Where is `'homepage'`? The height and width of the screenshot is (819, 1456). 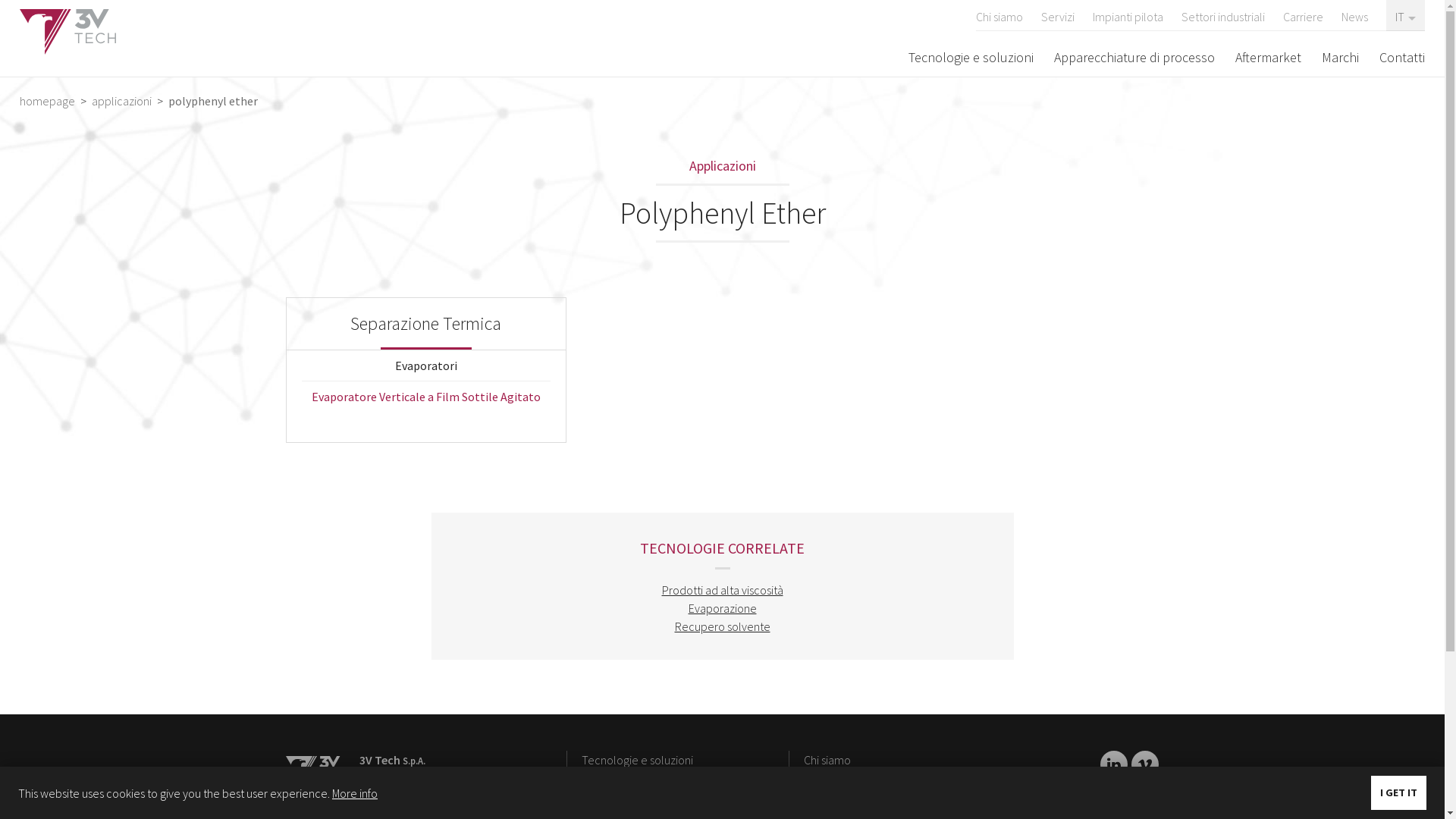
'homepage' is located at coordinates (49, 100).